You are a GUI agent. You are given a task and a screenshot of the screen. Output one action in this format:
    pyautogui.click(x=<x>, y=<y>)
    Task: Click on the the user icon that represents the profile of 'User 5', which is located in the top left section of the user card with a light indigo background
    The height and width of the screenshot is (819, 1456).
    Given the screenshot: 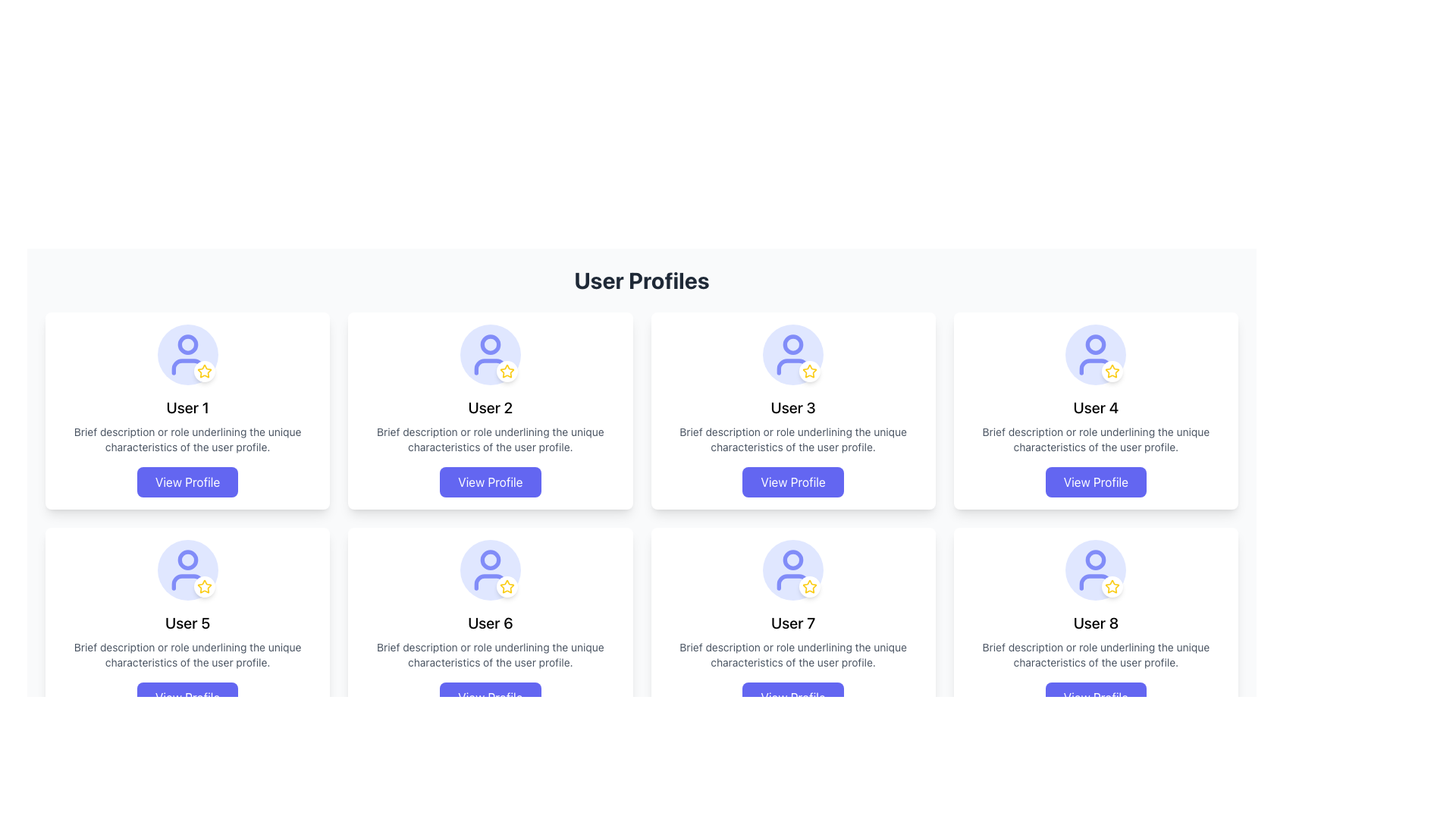 What is the action you would take?
    pyautogui.click(x=187, y=570)
    